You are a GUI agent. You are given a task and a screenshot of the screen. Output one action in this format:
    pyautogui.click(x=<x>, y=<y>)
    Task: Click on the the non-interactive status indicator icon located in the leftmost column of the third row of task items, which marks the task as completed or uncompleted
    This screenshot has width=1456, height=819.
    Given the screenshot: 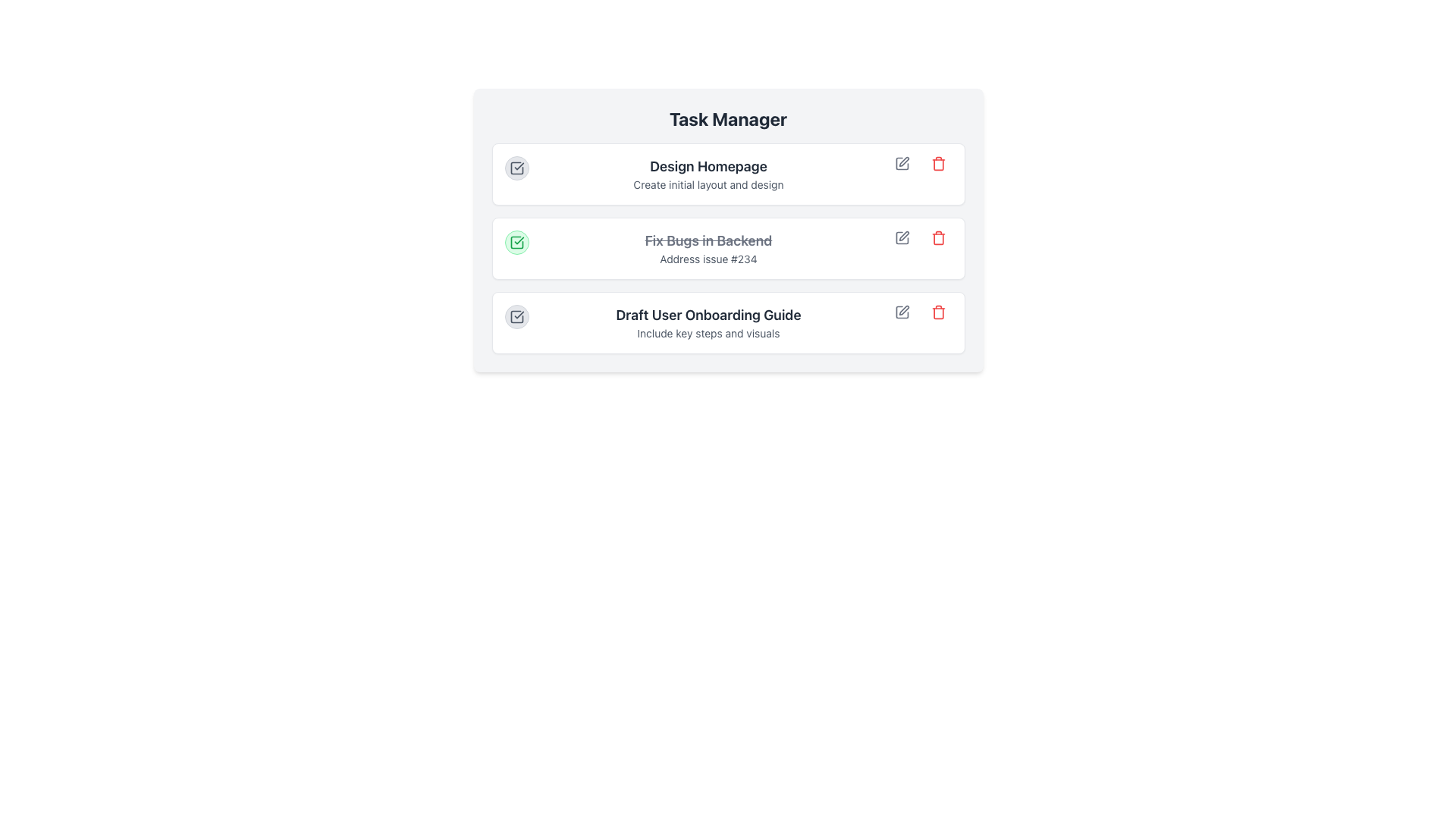 What is the action you would take?
    pyautogui.click(x=516, y=315)
    